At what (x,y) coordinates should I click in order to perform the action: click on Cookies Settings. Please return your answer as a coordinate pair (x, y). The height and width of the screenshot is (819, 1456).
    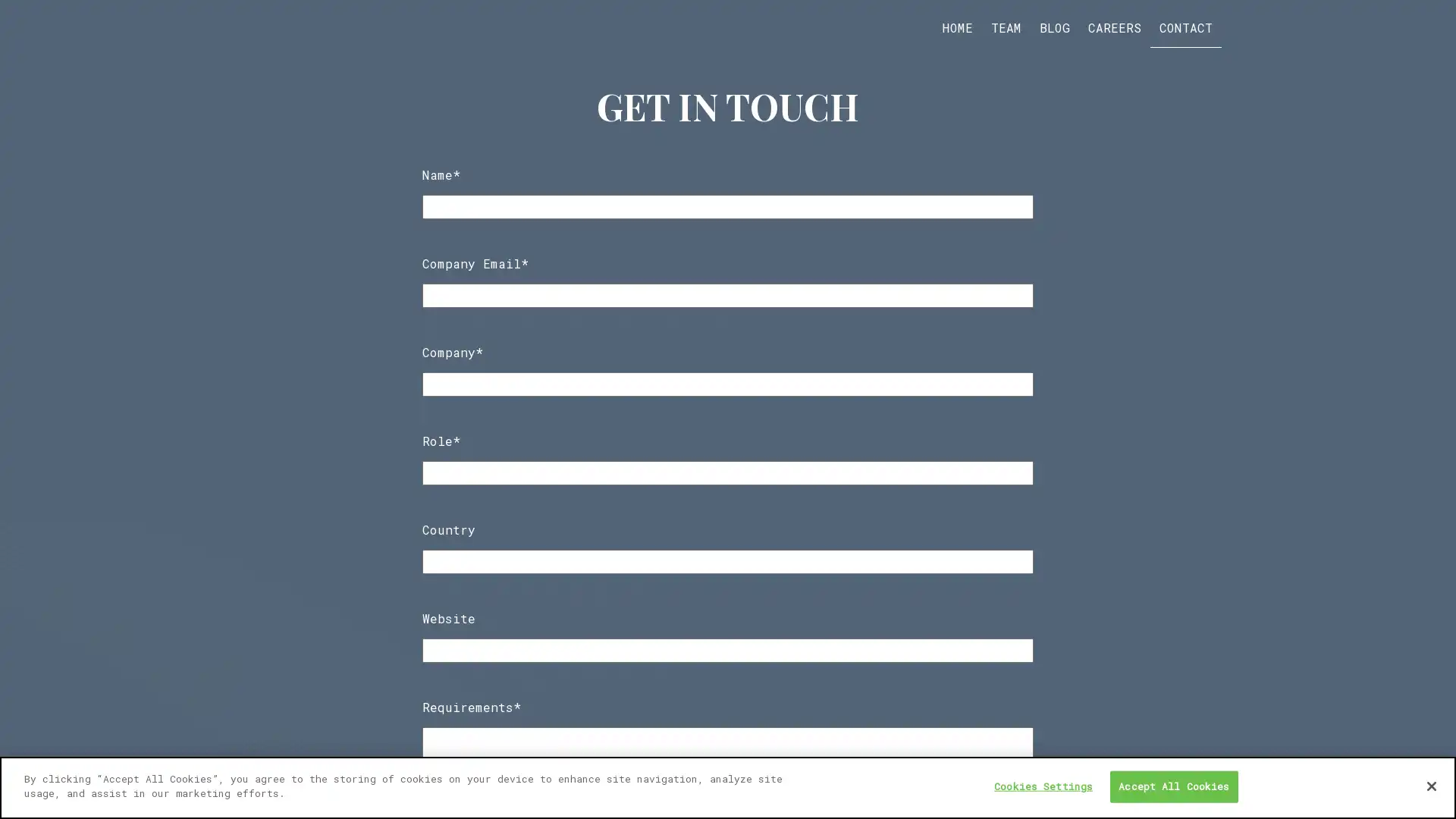
    Looking at the image, I should click on (1043, 786).